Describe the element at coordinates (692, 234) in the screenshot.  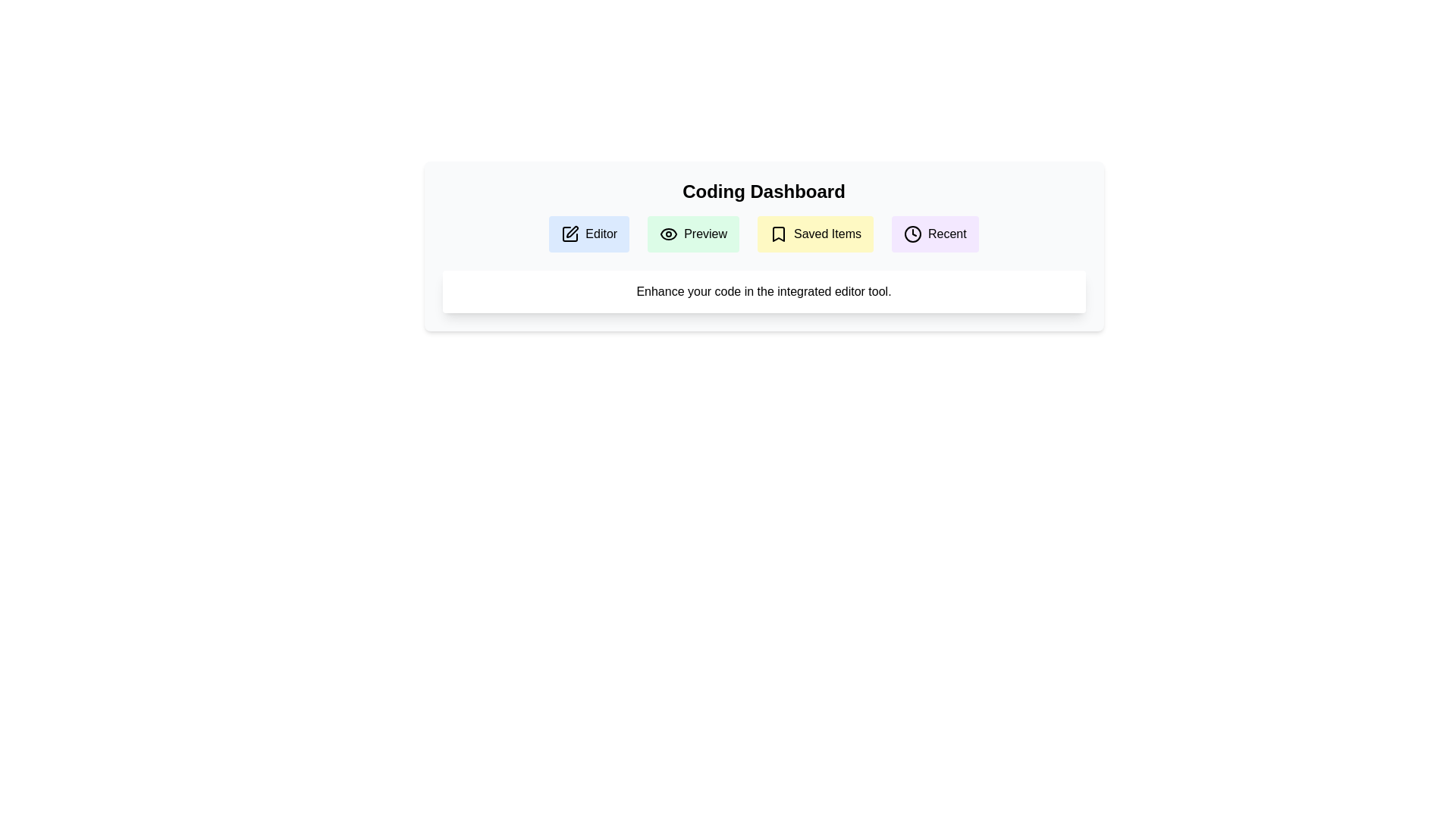
I see `the second button in the horizontal list below the 'Coding Dashboard' header` at that location.